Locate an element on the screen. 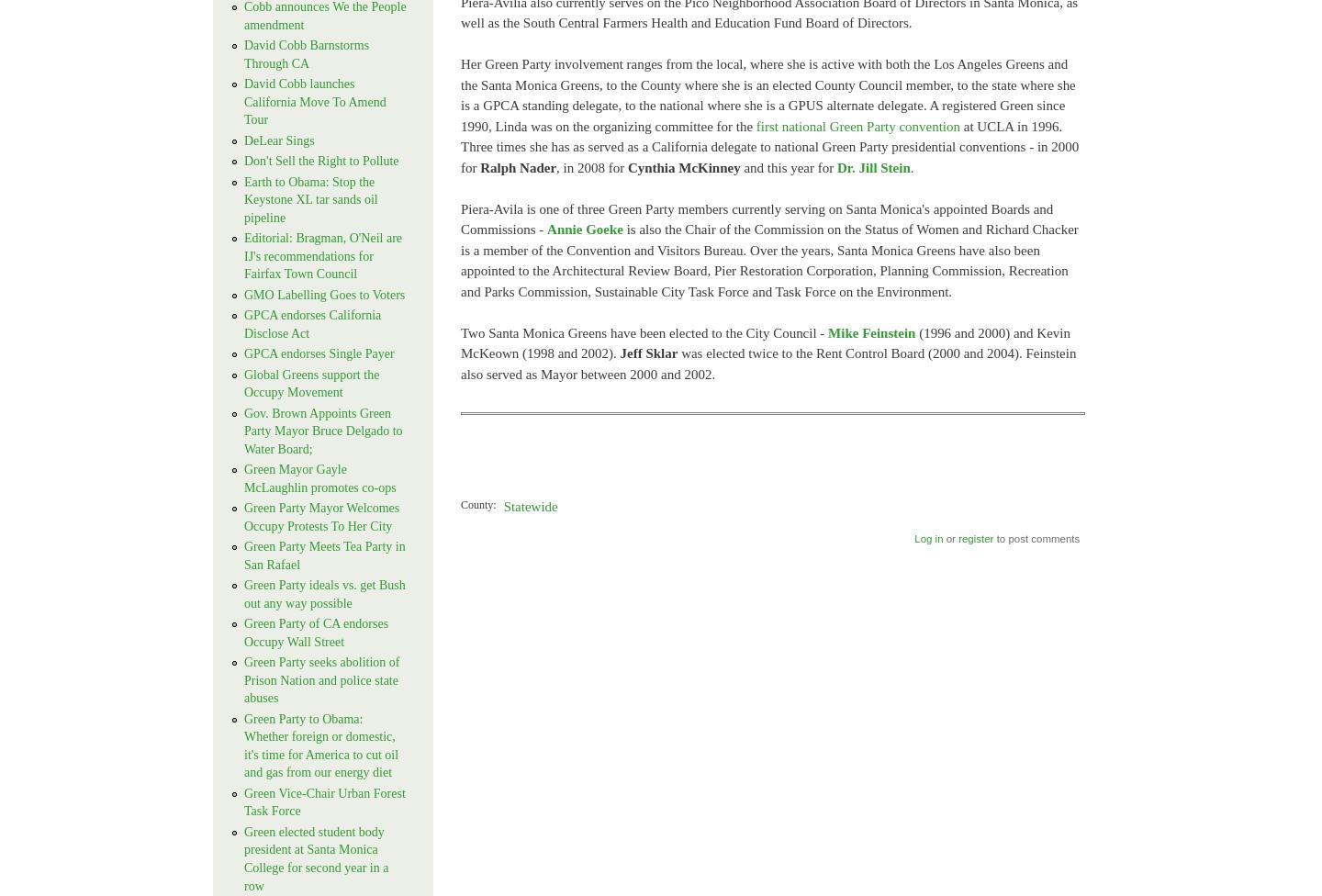  'Cynthia McKinney' is located at coordinates (682, 166).